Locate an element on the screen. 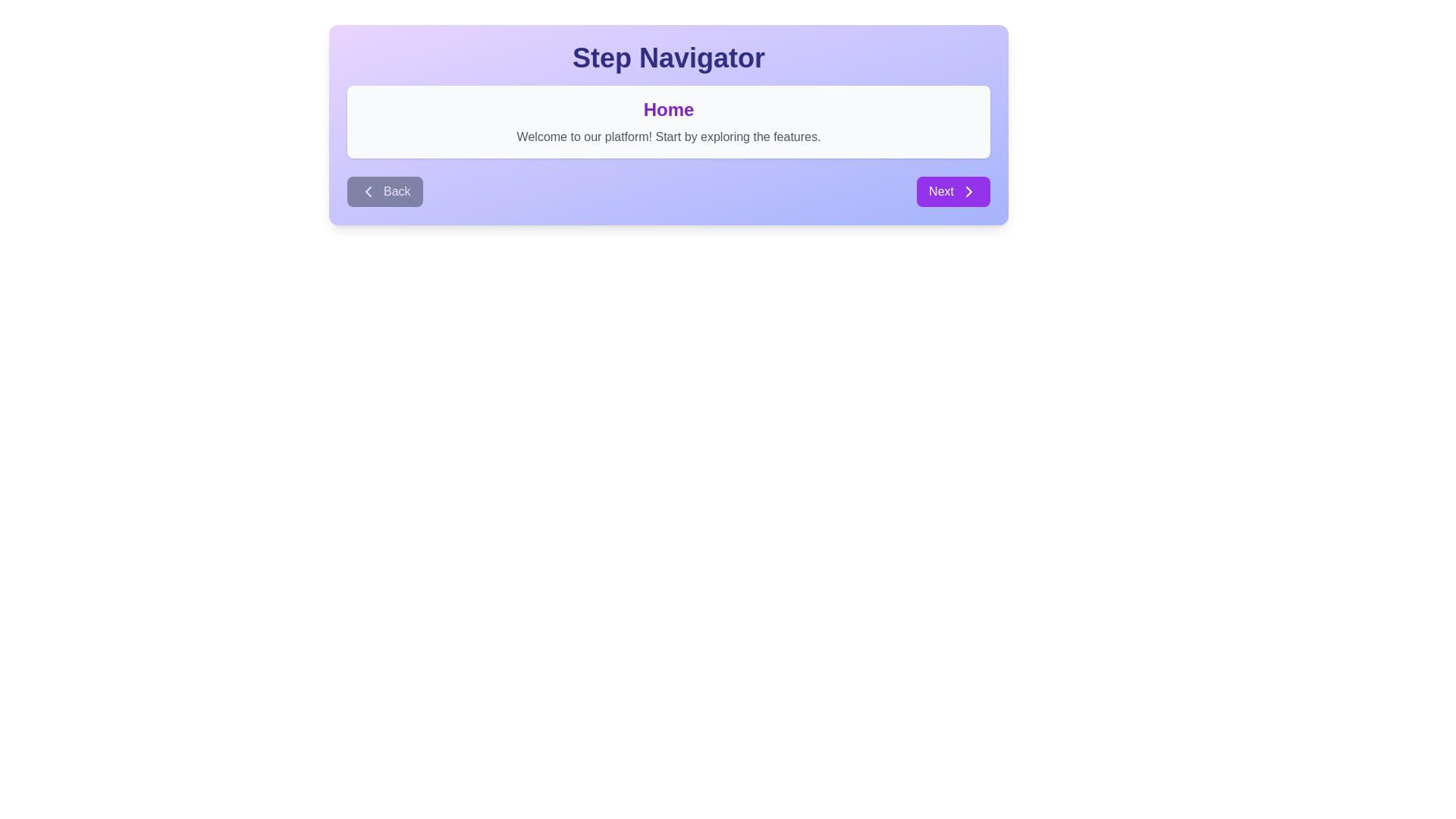 The height and width of the screenshot is (819, 1456). the right-facing arrow icon contained within the 'Next' button located at the bottom-right corner of the panel is located at coordinates (968, 191).